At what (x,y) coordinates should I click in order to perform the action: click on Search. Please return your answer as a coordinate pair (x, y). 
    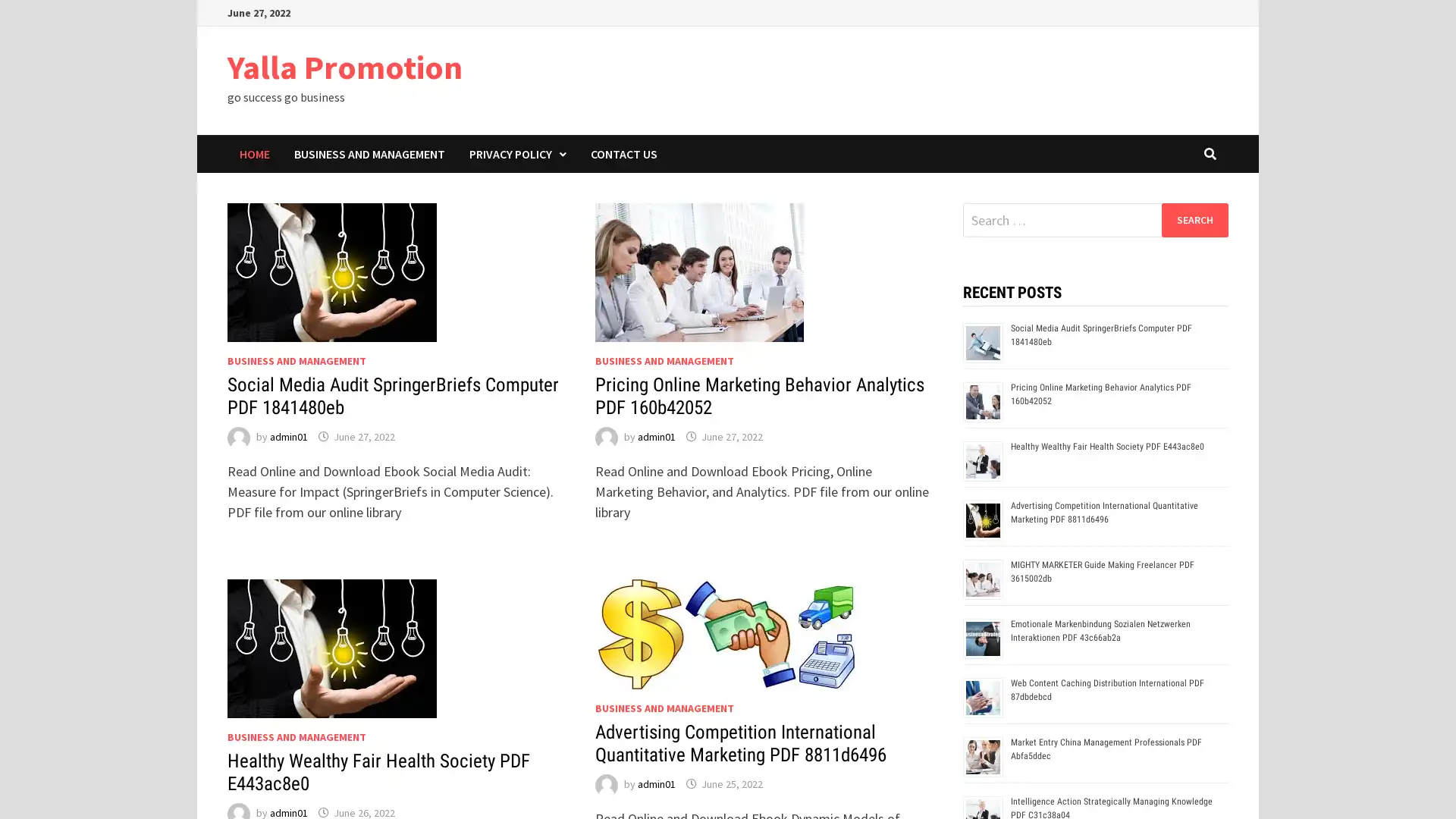
    Looking at the image, I should click on (1194, 219).